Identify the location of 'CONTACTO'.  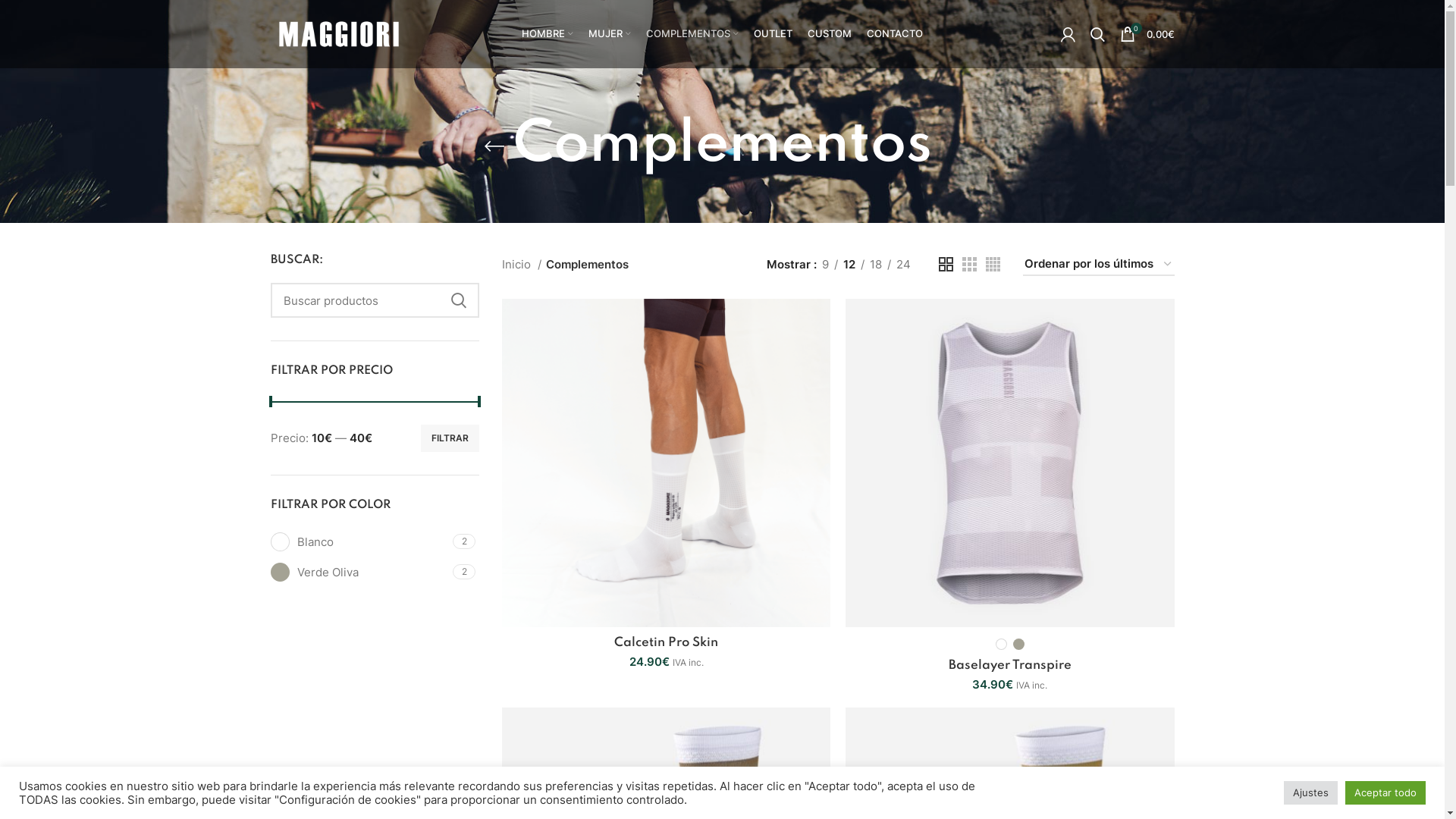
(895, 34).